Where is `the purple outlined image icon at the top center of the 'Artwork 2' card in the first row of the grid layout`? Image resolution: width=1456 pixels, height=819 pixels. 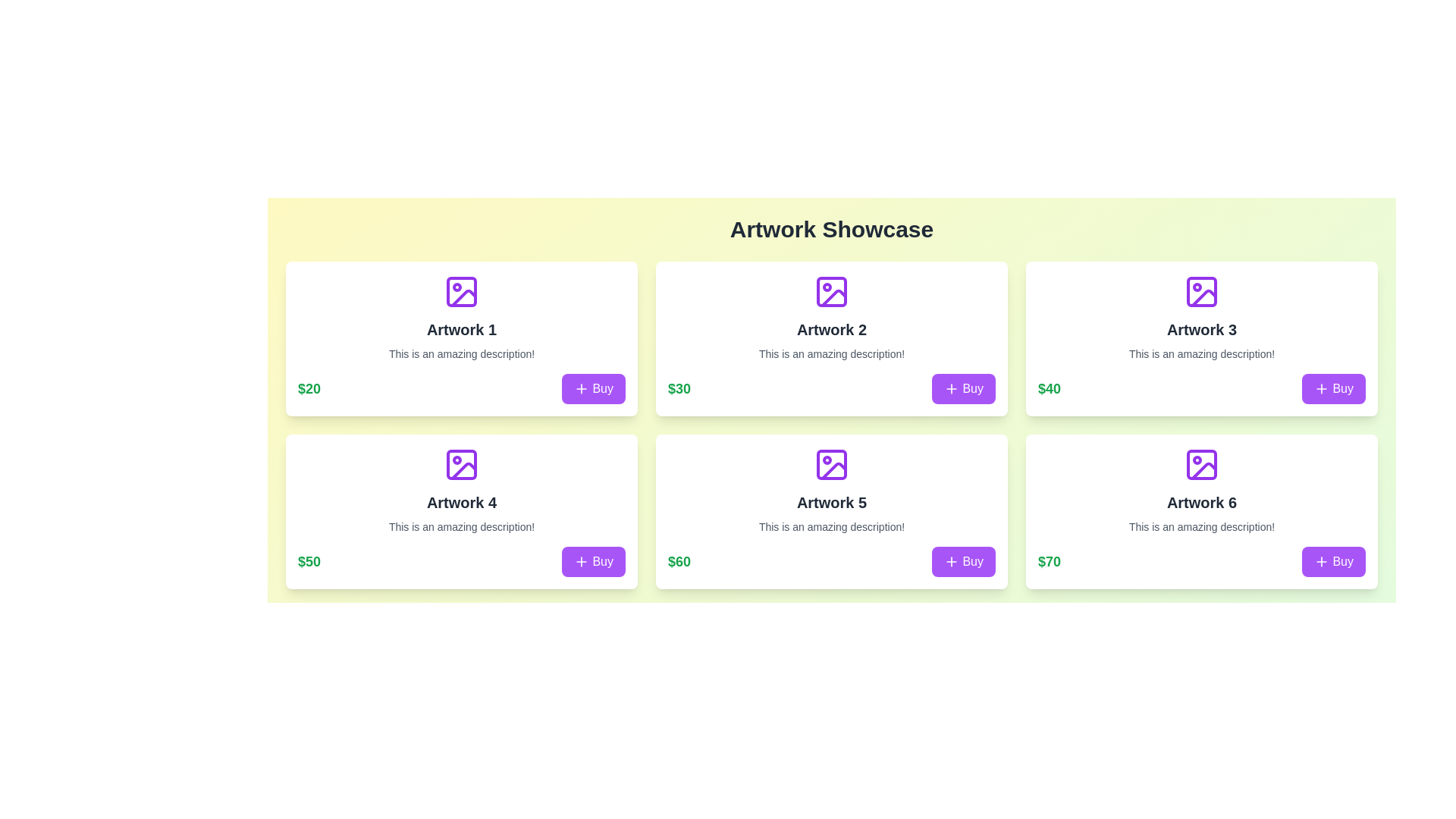 the purple outlined image icon at the top center of the 'Artwork 2' card in the first row of the grid layout is located at coordinates (831, 292).